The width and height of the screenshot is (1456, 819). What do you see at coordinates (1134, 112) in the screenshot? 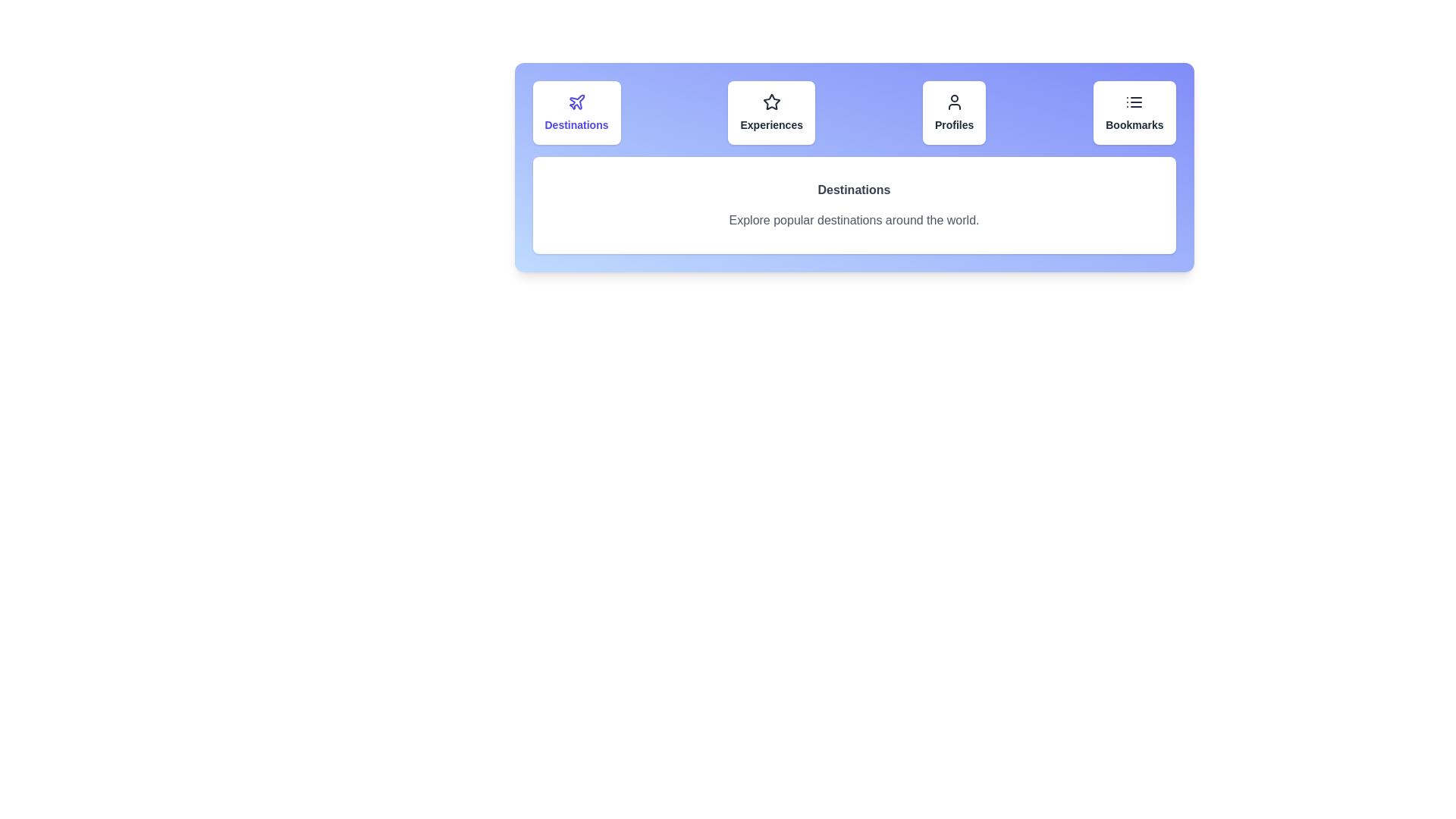
I see `the Bookmarks tab to view its content` at bounding box center [1134, 112].